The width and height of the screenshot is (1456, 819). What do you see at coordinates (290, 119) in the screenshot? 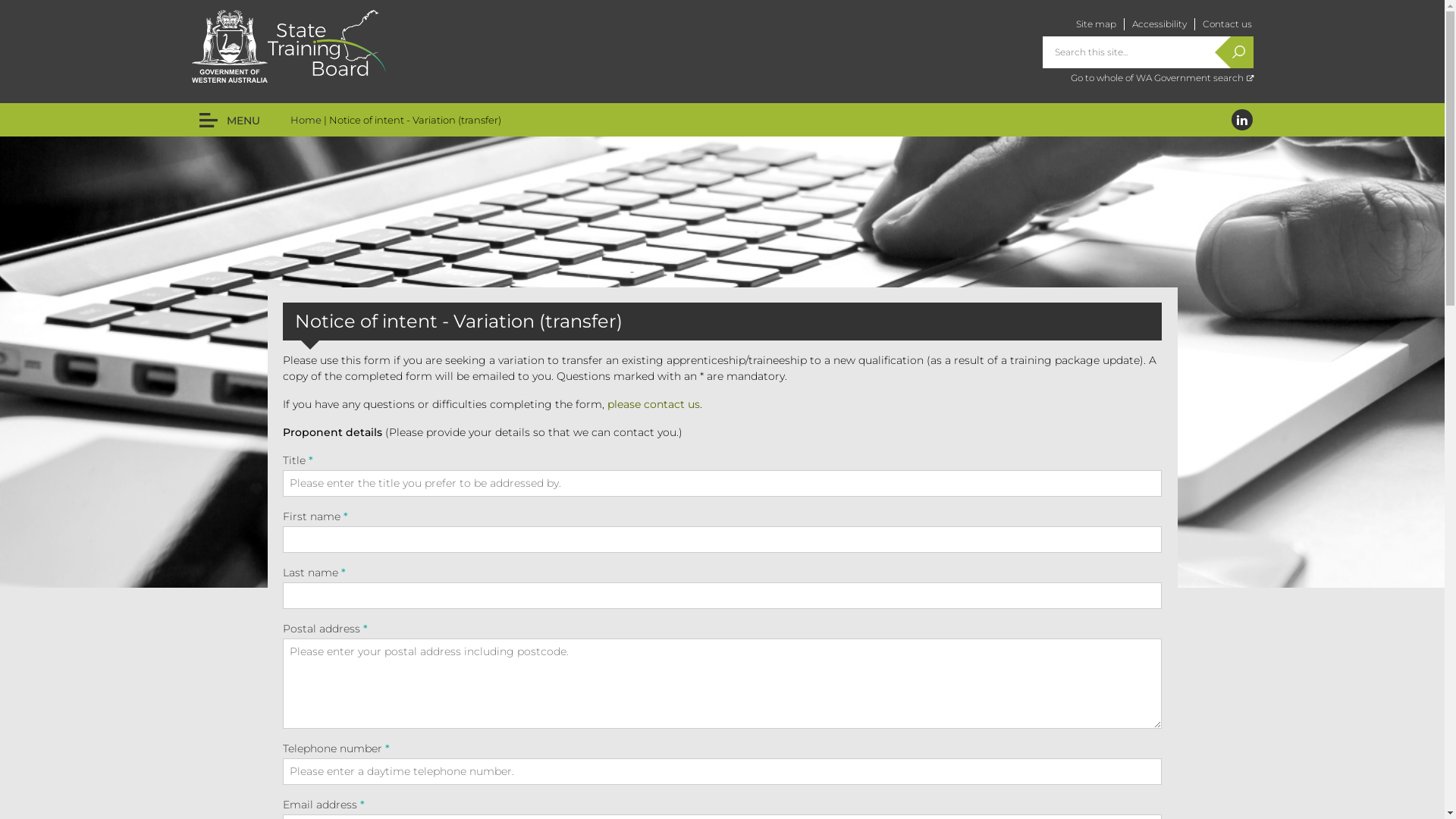
I see `'Home'` at bounding box center [290, 119].